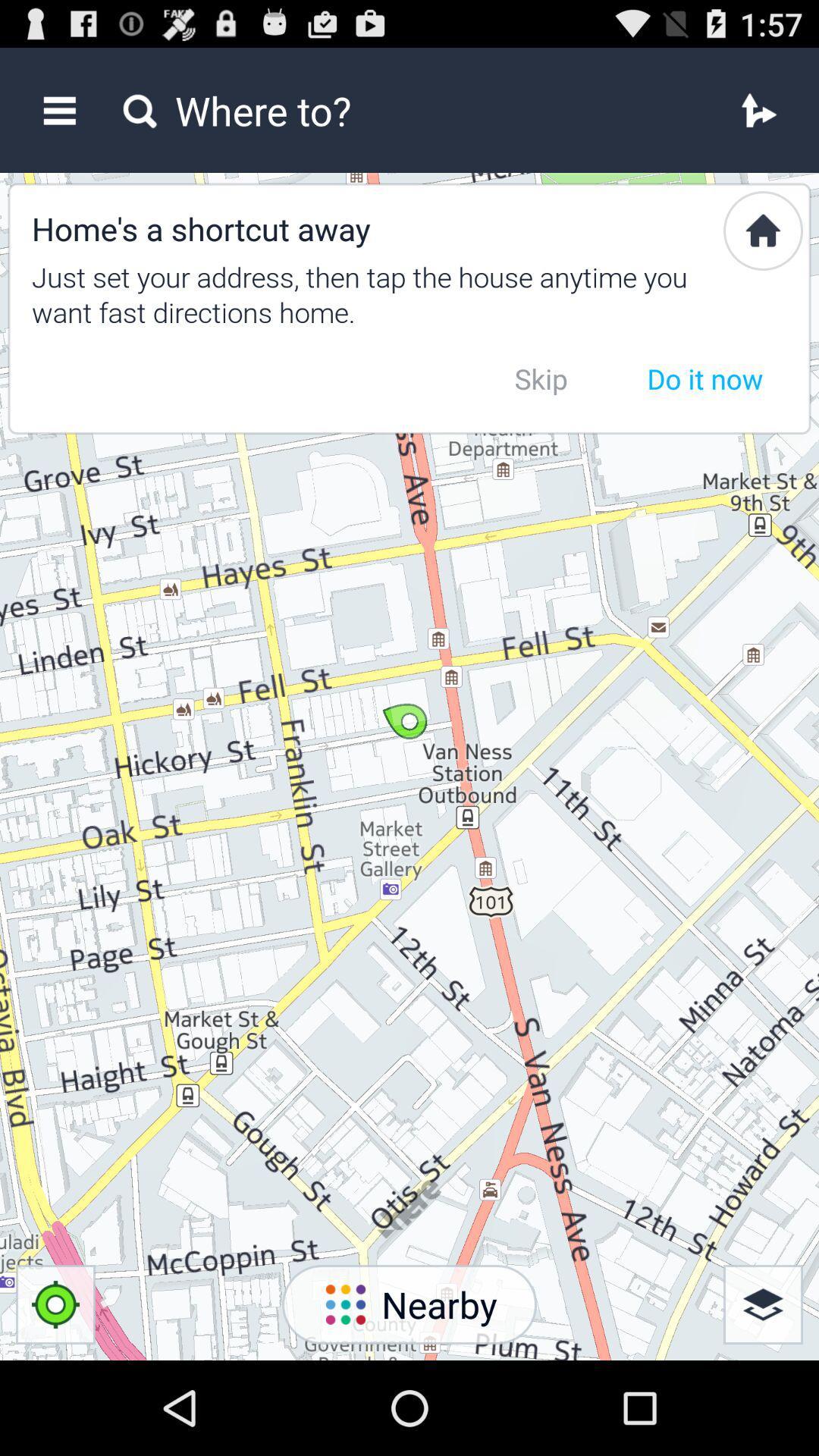 Image resolution: width=819 pixels, height=1456 pixels. What do you see at coordinates (58, 117) in the screenshot?
I see `the menu icon` at bounding box center [58, 117].